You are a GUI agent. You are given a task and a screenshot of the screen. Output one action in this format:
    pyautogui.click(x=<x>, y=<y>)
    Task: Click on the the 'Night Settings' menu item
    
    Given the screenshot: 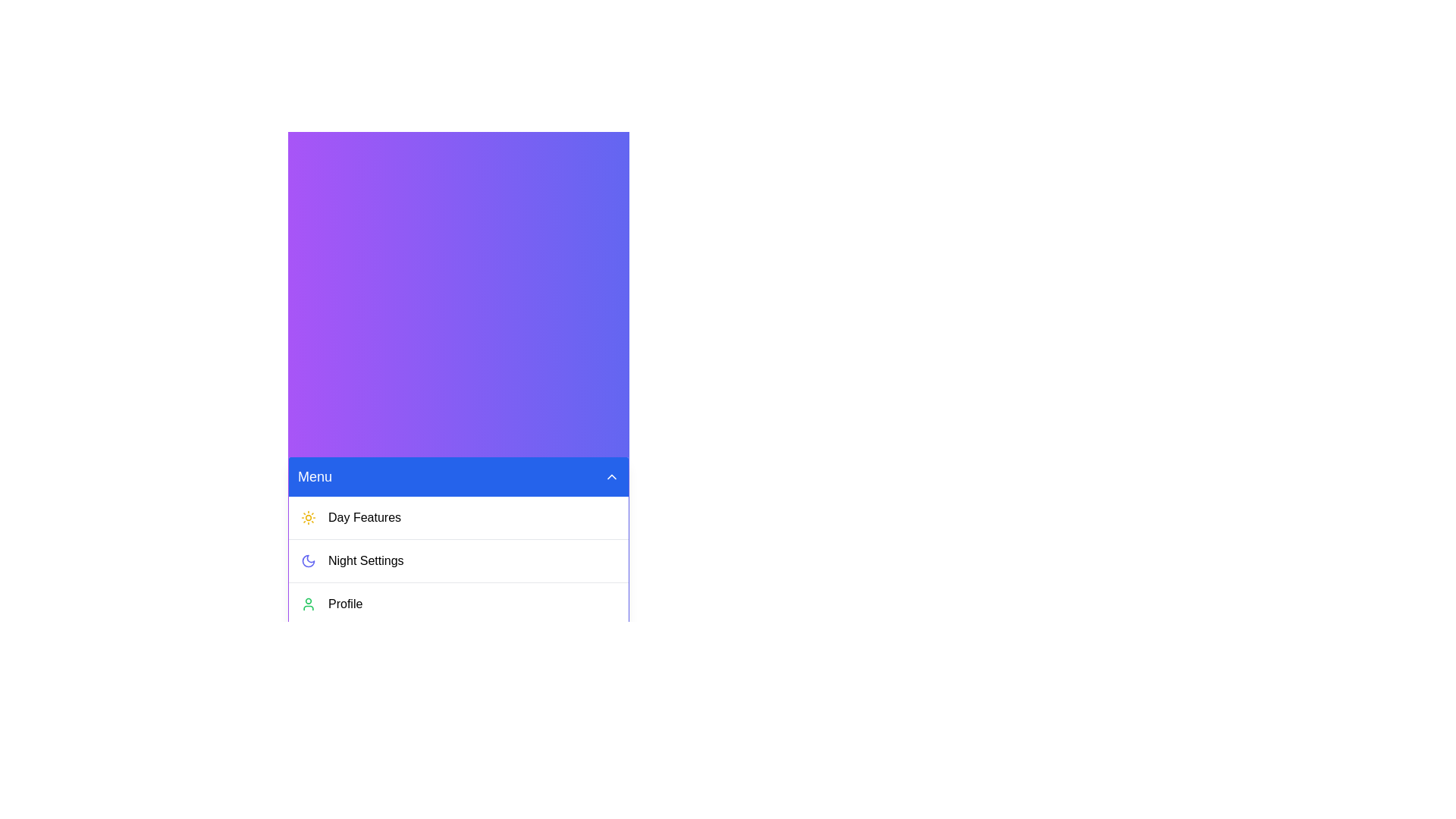 What is the action you would take?
    pyautogui.click(x=457, y=560)
    